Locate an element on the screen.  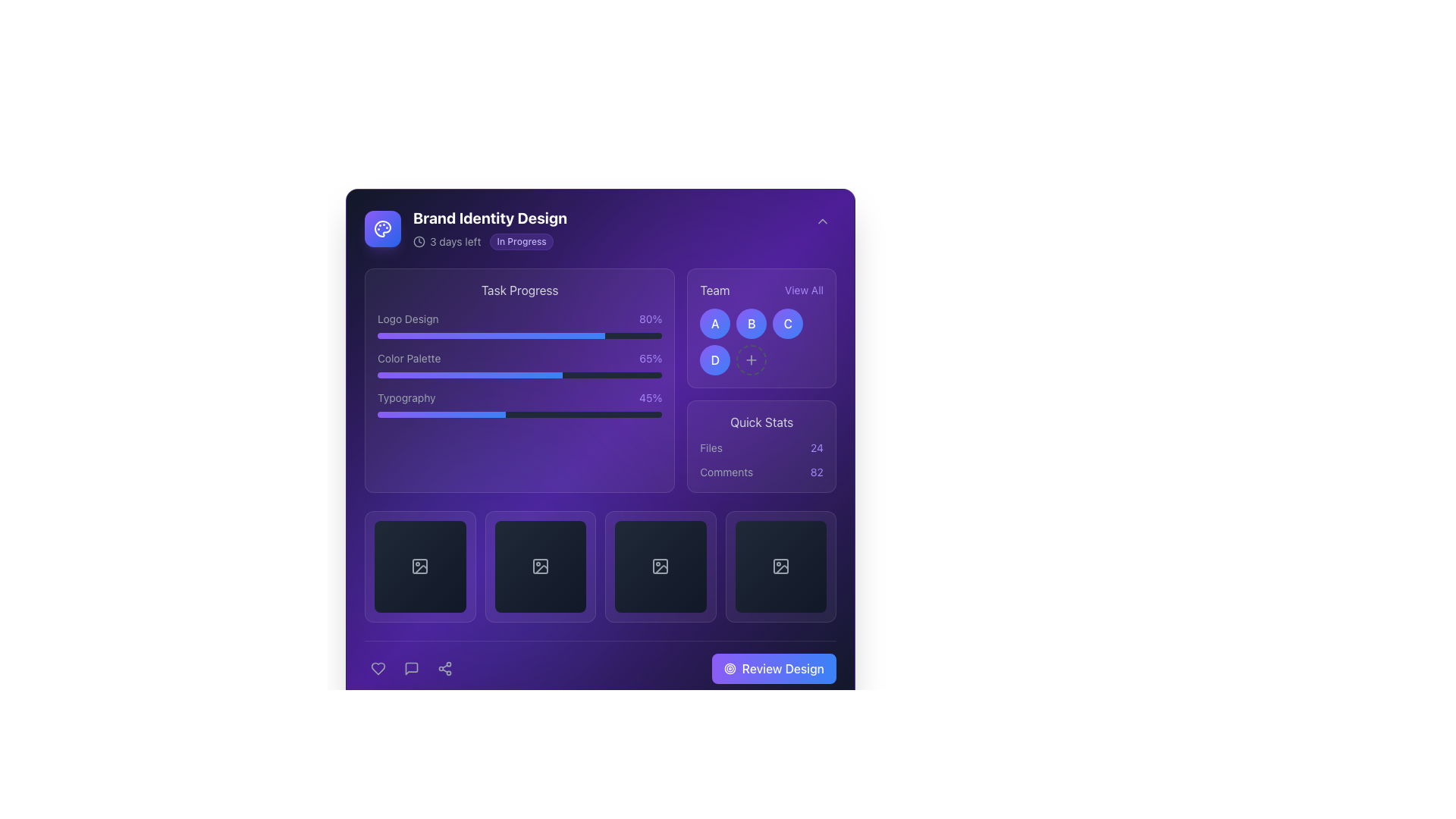
the Progress Indicator representing 80% completion of the 'Logo Design' task, located in the 'Task Progress' section is located at coordinates (519, 335).